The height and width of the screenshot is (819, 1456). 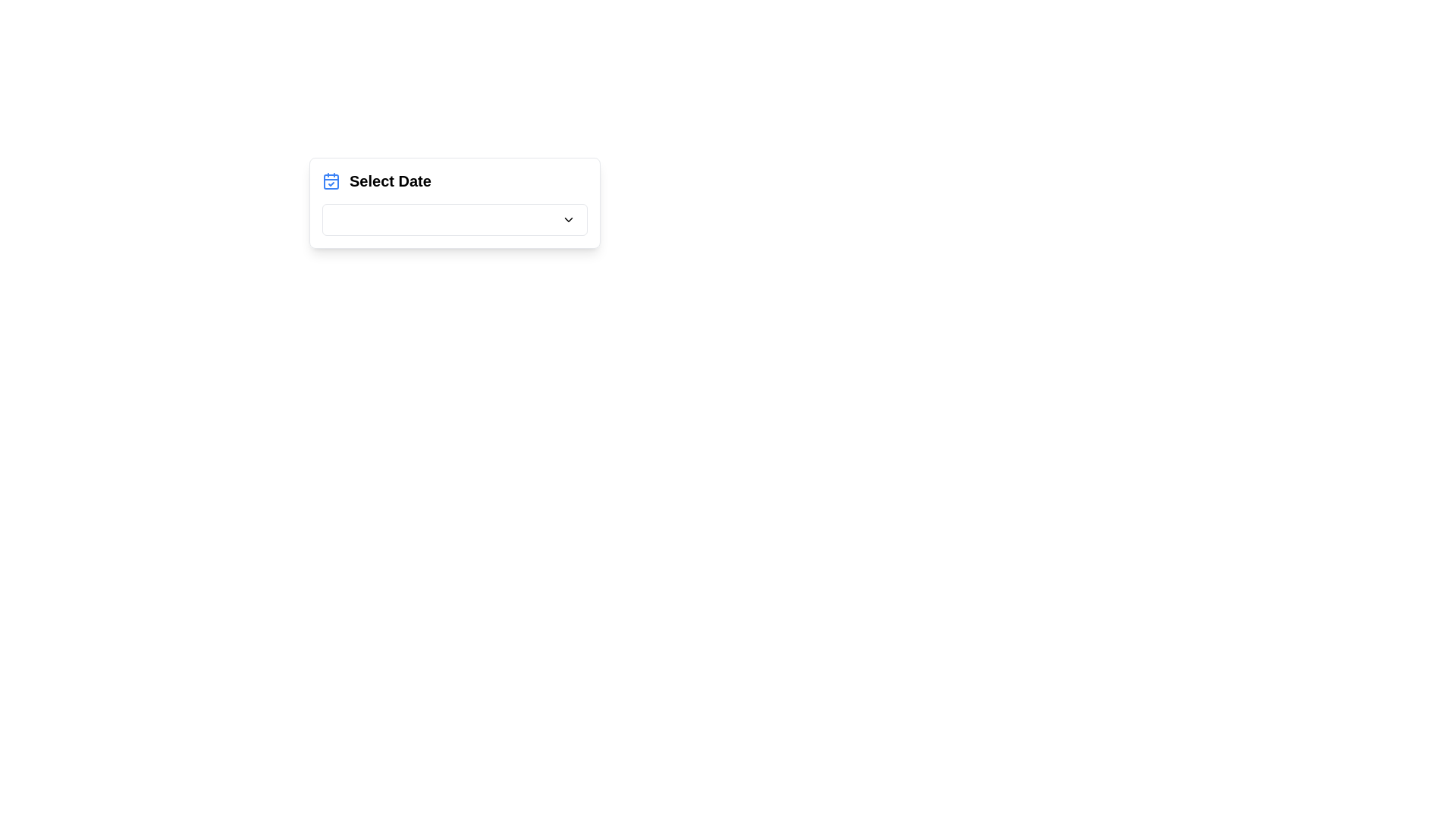 I want to click on the Dropdown Indicator Icon located in the top-right corner of the text input field, so click(x=567, y=219).